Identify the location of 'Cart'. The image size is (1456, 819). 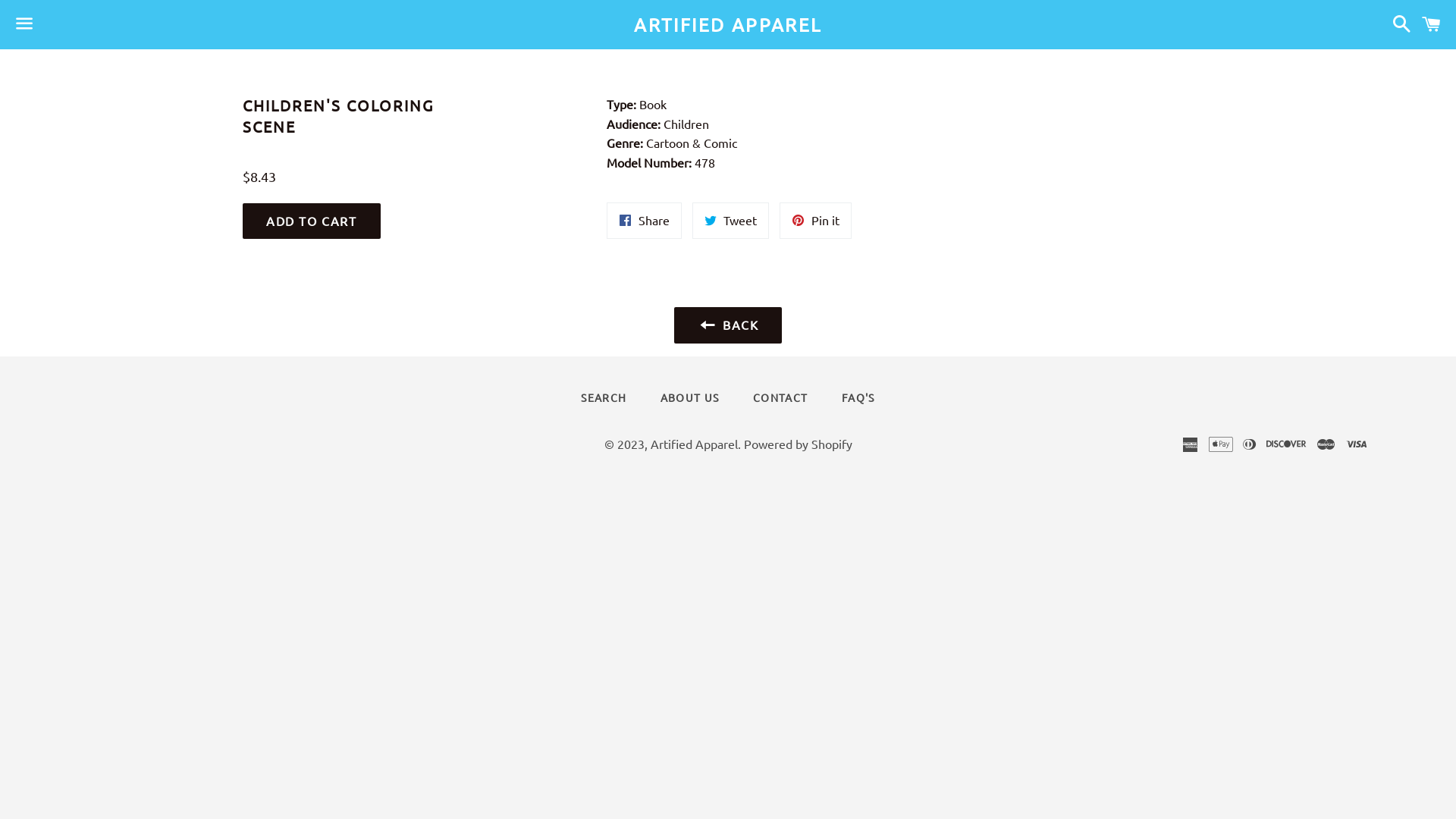
(1430, 24).